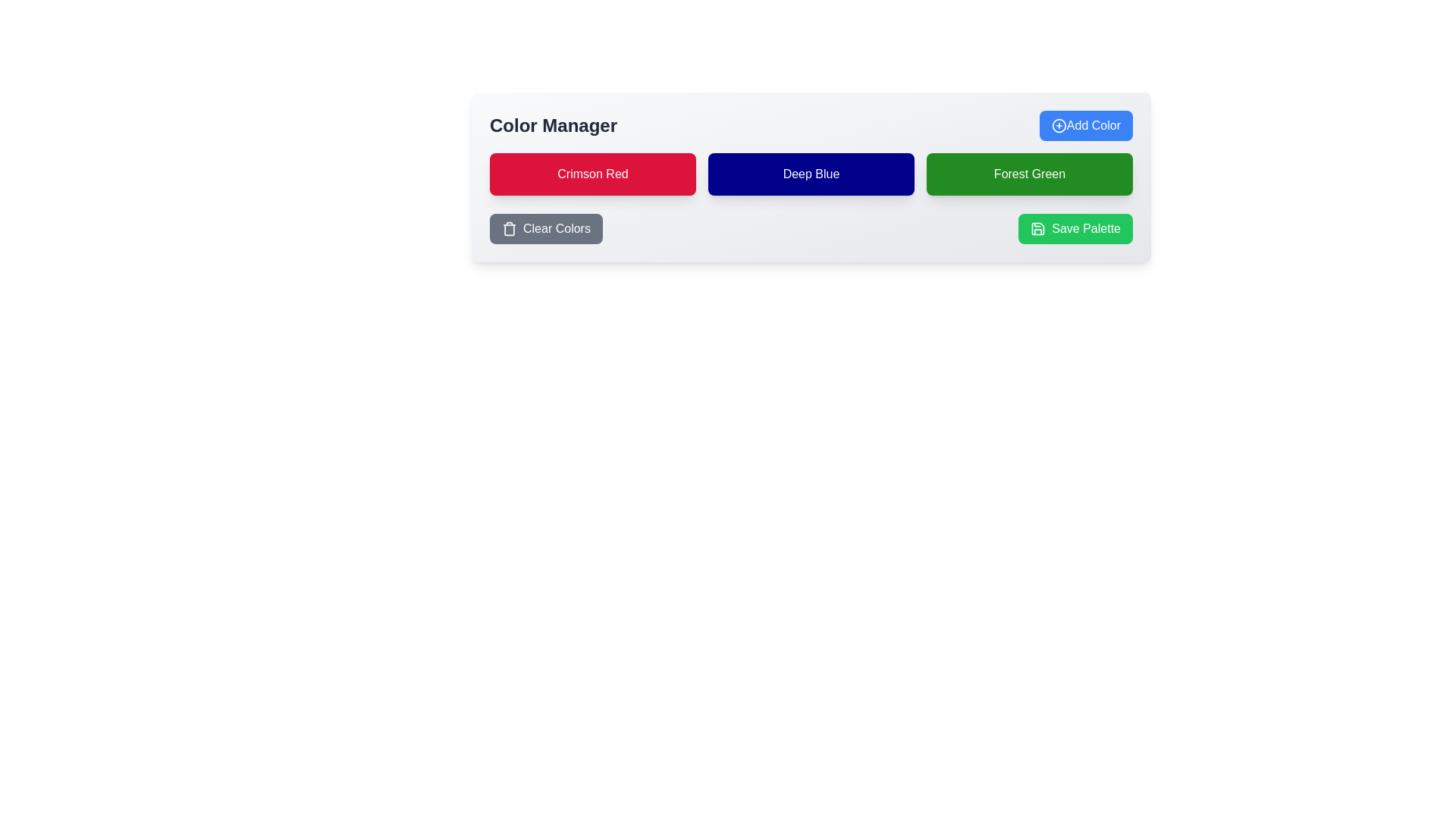 The image size is (1456, 819). Describe the element at coordinates (1058, 124) in the screenshot. I see `the SVG graphic element that denotes the 'Add Color' function, which is located on the top-right side of the Color Manager interface` at that location.